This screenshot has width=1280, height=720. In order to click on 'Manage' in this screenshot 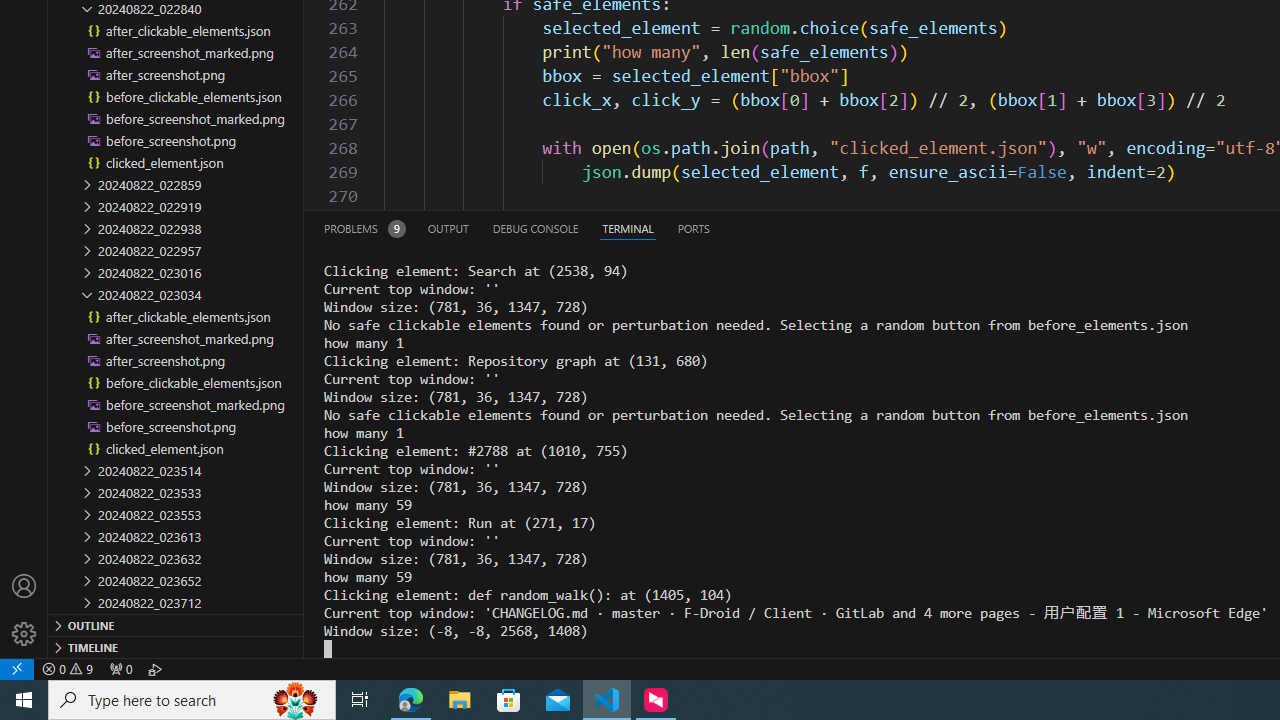, I will do `click(24, 633)`.